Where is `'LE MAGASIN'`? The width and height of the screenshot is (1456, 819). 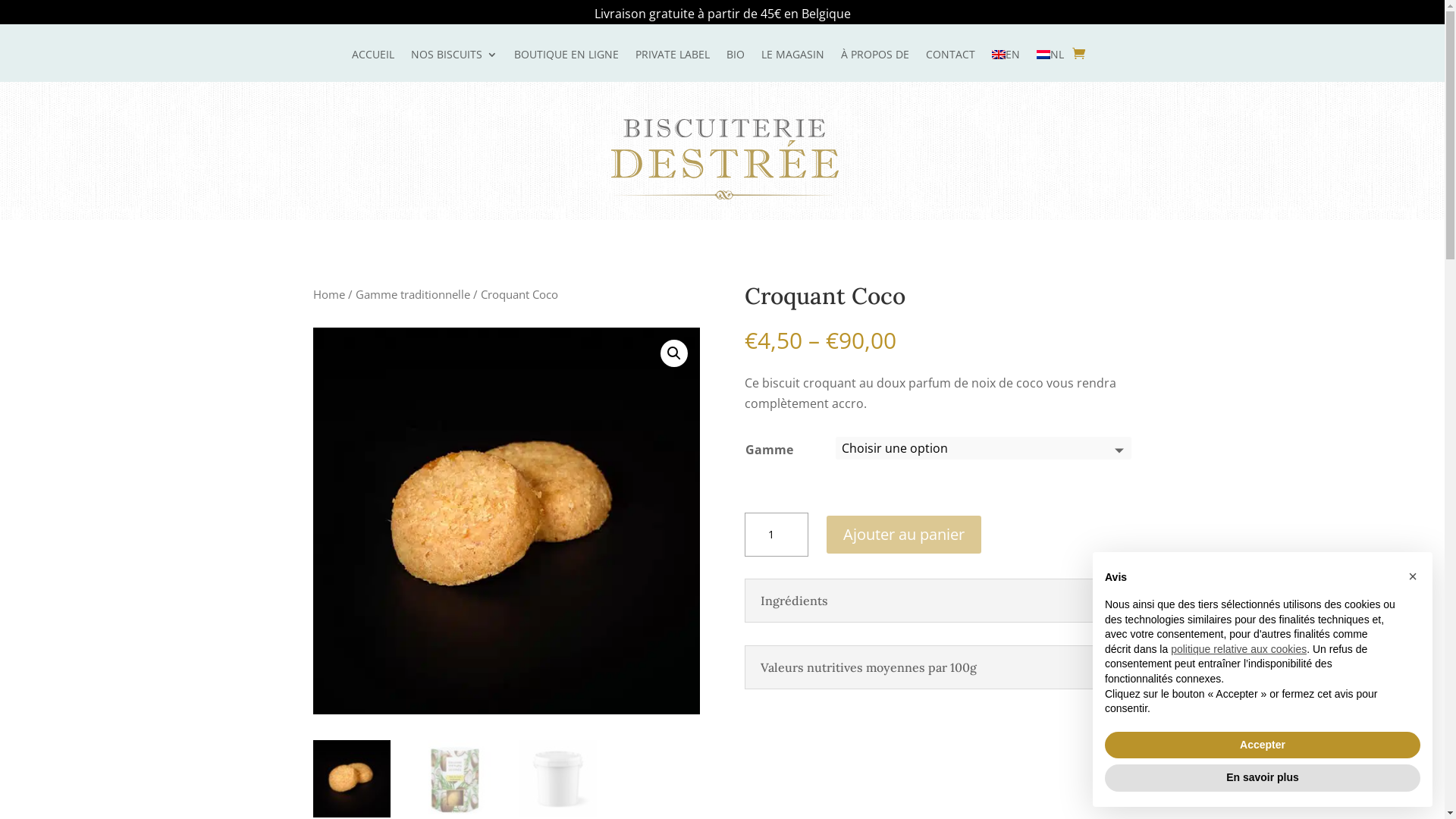 'LE MAGASIN' is located at coordinates (792, 64).